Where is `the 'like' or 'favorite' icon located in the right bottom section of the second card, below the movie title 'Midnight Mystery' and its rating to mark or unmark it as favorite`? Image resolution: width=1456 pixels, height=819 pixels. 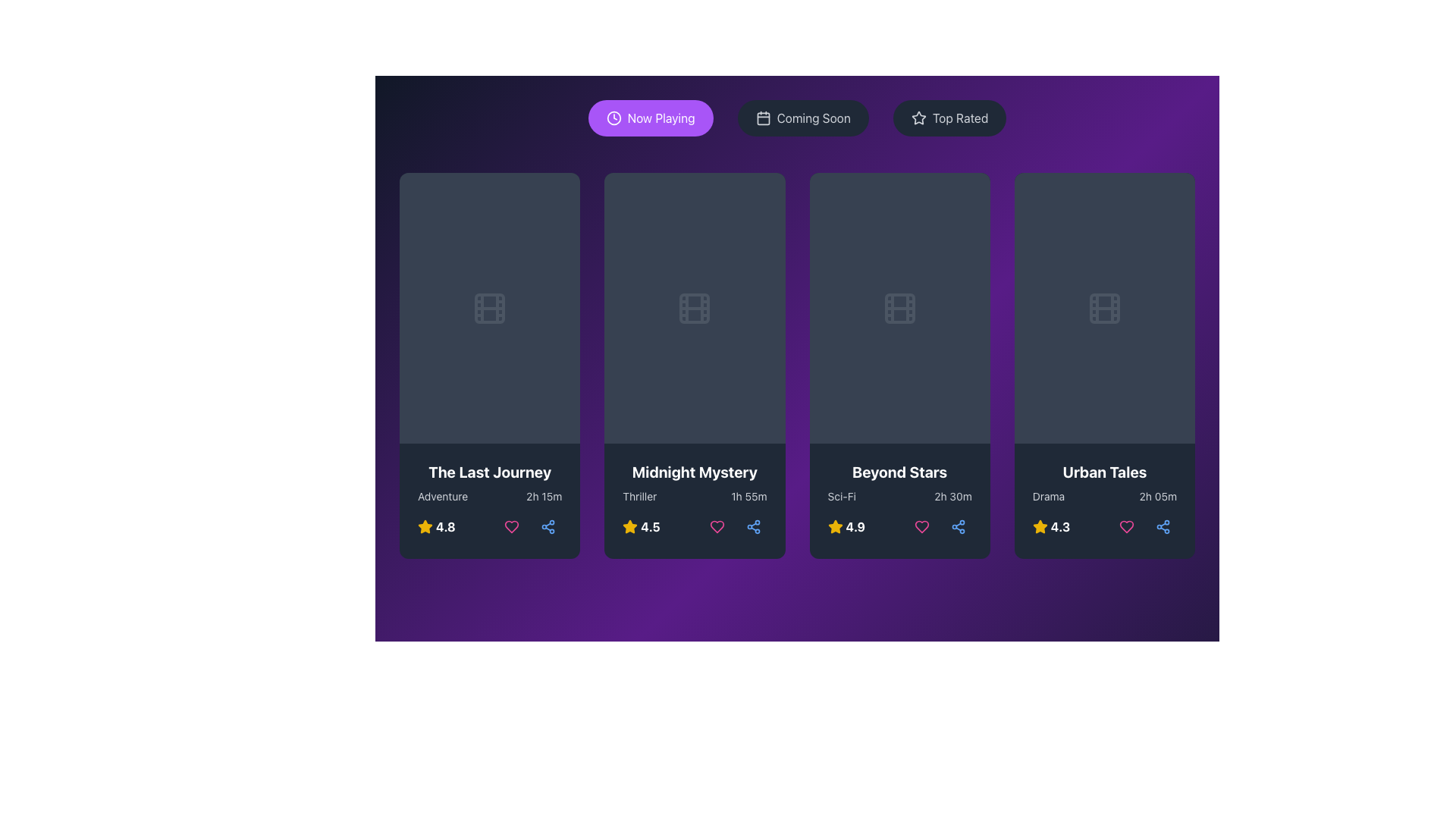 the 'like' or 'favorite' icon located in the right bottom section of the second card, below the movie title 'Midnight Mystery' and its rating to mark or unmark it as favorite is located at coordinates (716, 526).